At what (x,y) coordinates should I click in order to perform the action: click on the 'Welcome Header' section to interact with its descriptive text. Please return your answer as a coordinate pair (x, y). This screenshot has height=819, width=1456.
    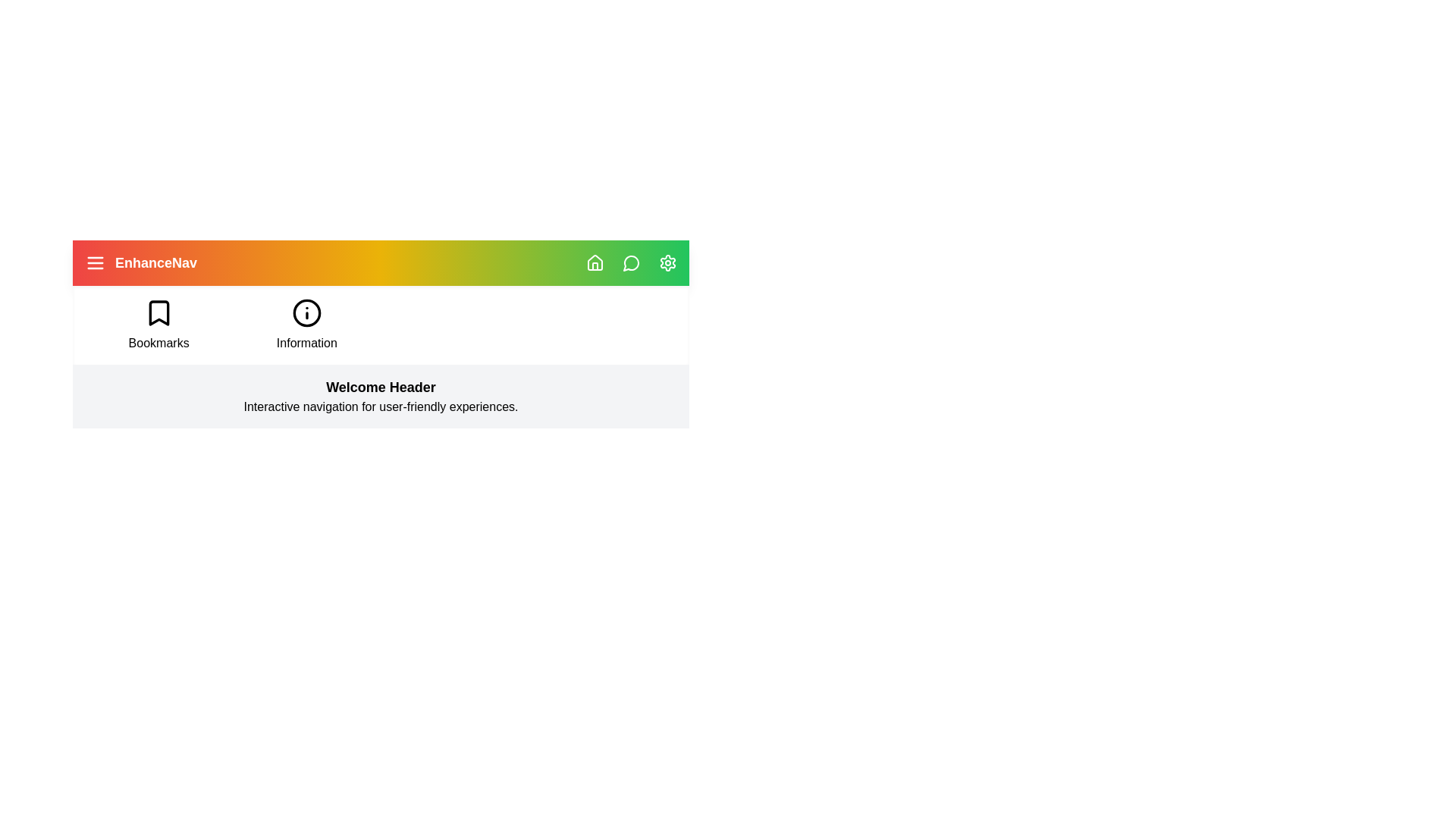
    Looking at the image, I should click on (381, 386).